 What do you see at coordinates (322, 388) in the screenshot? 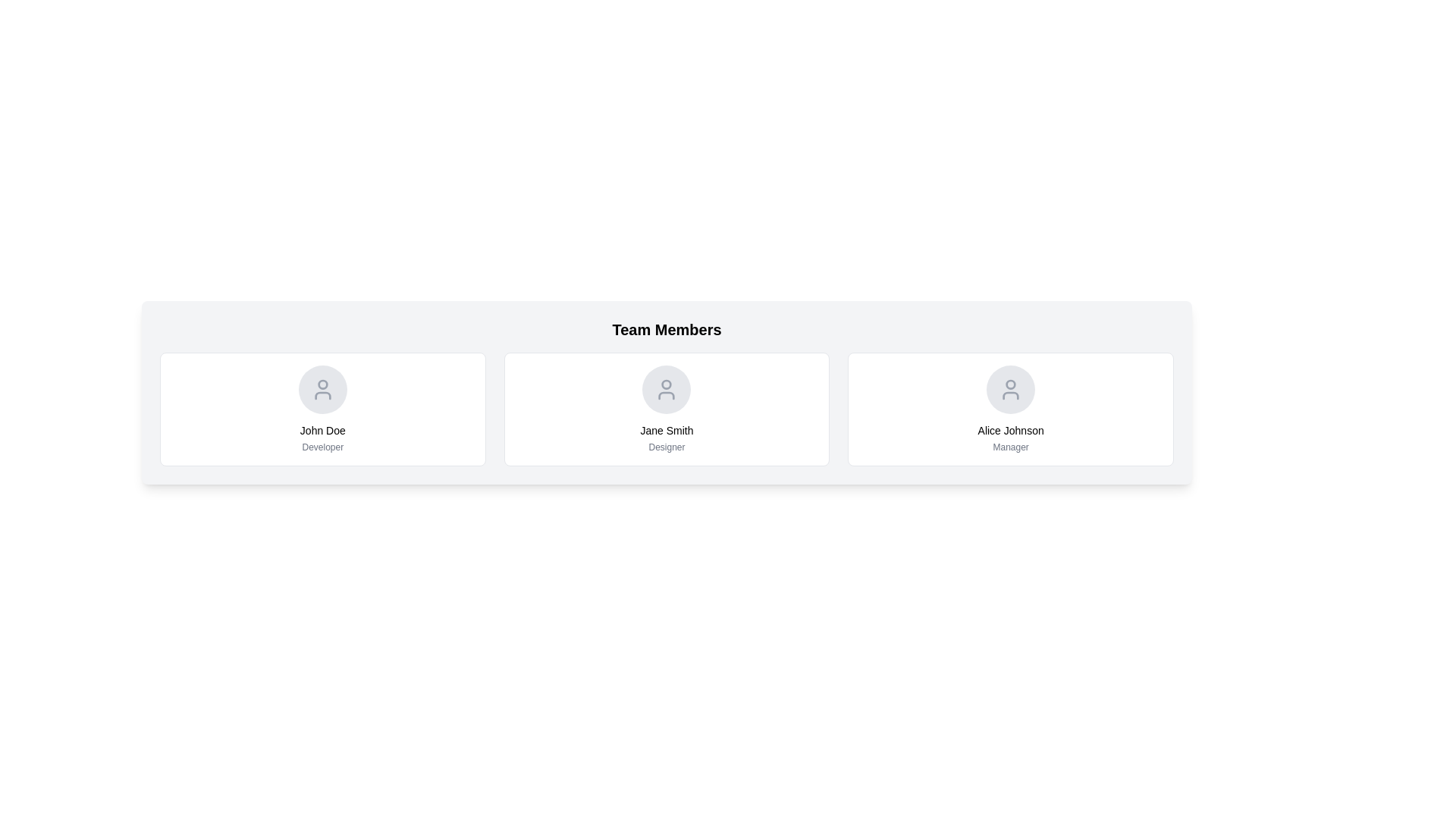
I see `the user profile icon for 'John Doe' located in the 'Team Members' section of the interface, which is centrally aligned within its panel` at bounding box center [322, 388].